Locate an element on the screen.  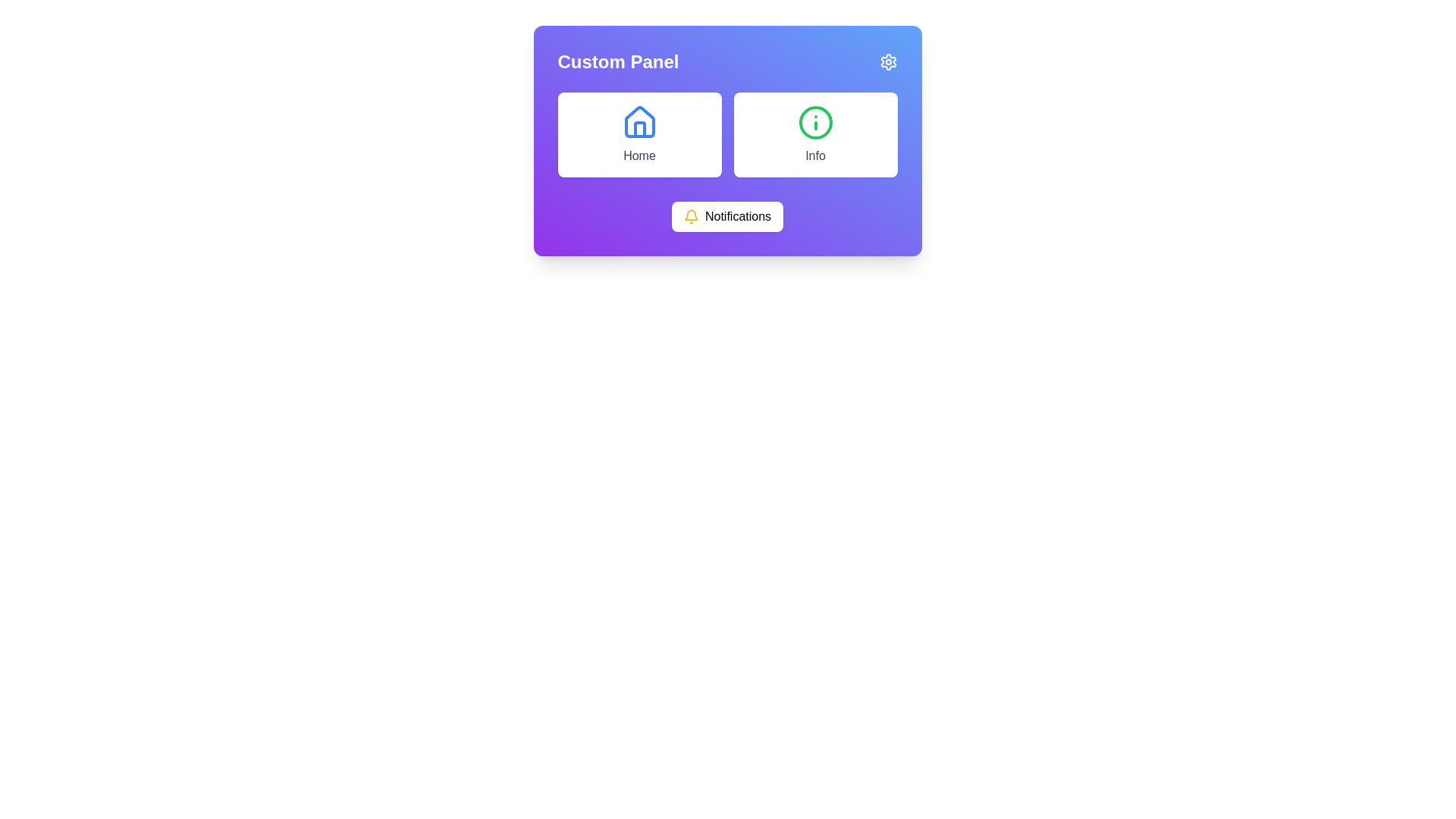
the green circular icon with a bold green lowercase 'i' located in the upper-right section of the interface, to the right of the 'Home' button is located at coordinates (814, 122).